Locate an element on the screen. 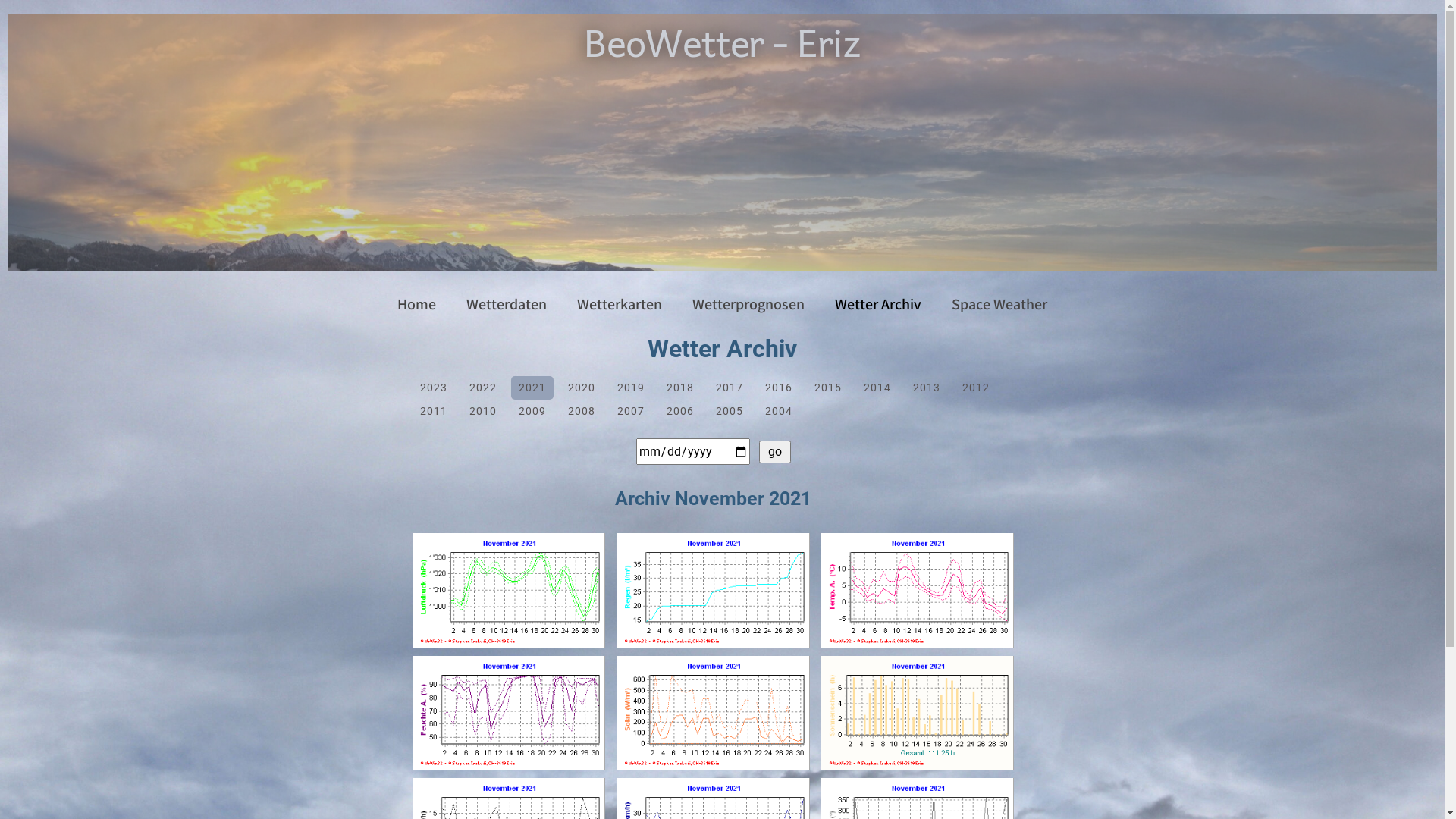 Image resolution: width=1456 pixels, height=819 pixels. '2021' is located at coordinates (532, 387).